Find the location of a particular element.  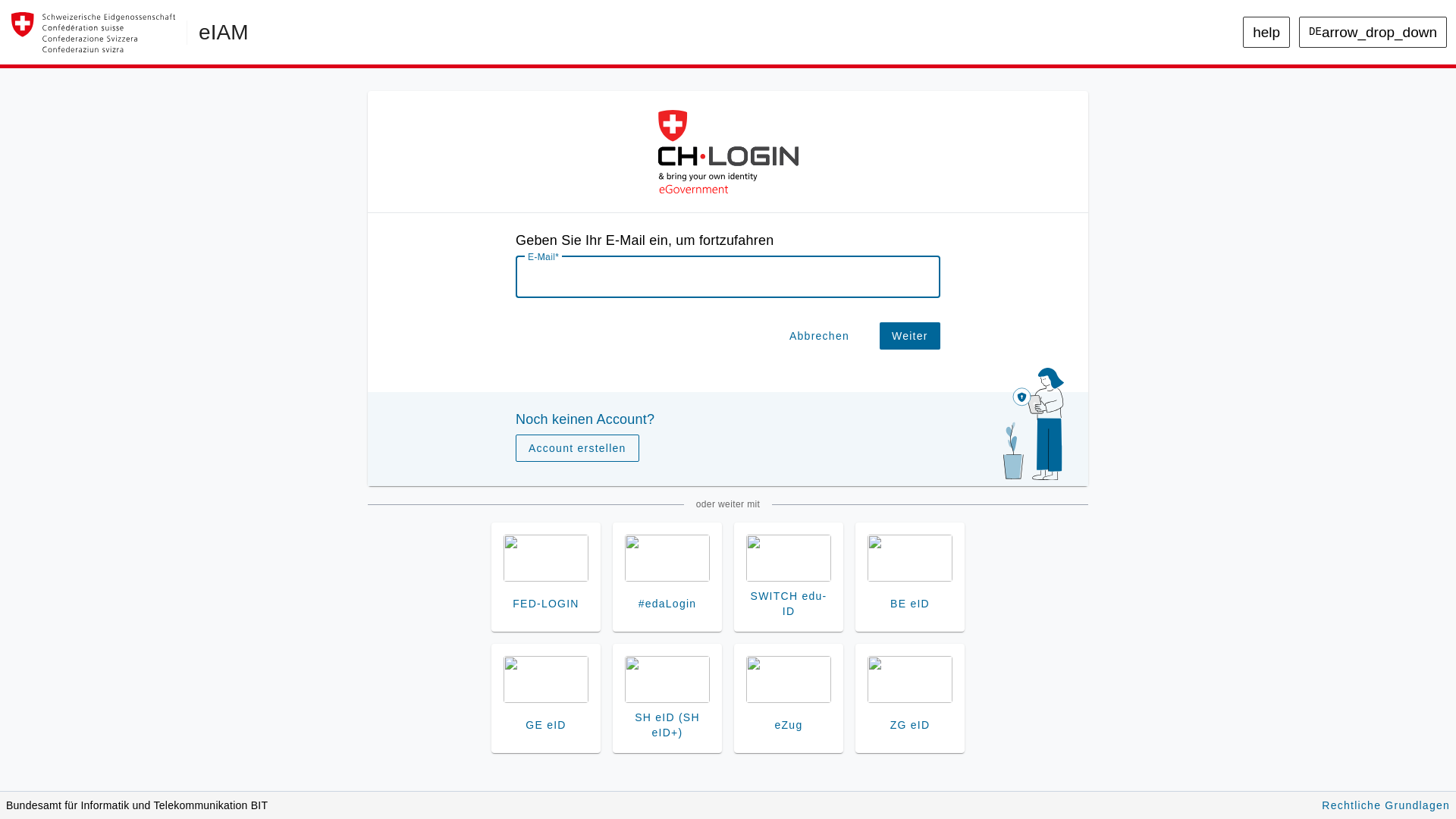

'arrow_drop_down' is located at coordinates (1379, 32).